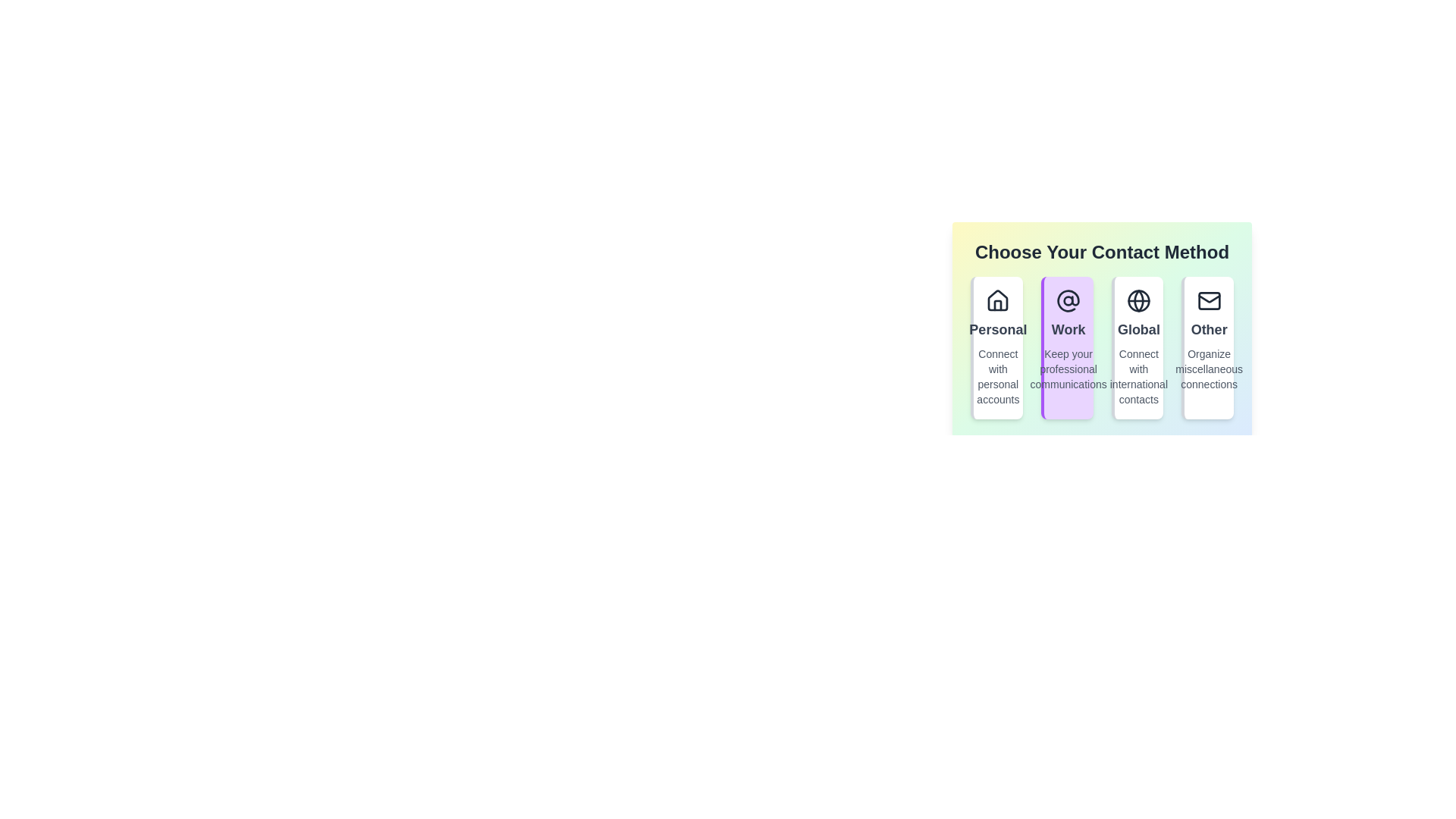 The width and height of the screenshot is (1456, 819). What do you see at coordinates (1137, 348) in the screenshot?
I see `the contact method Global to observe the animation effect` at bounding box center [1137, 348].